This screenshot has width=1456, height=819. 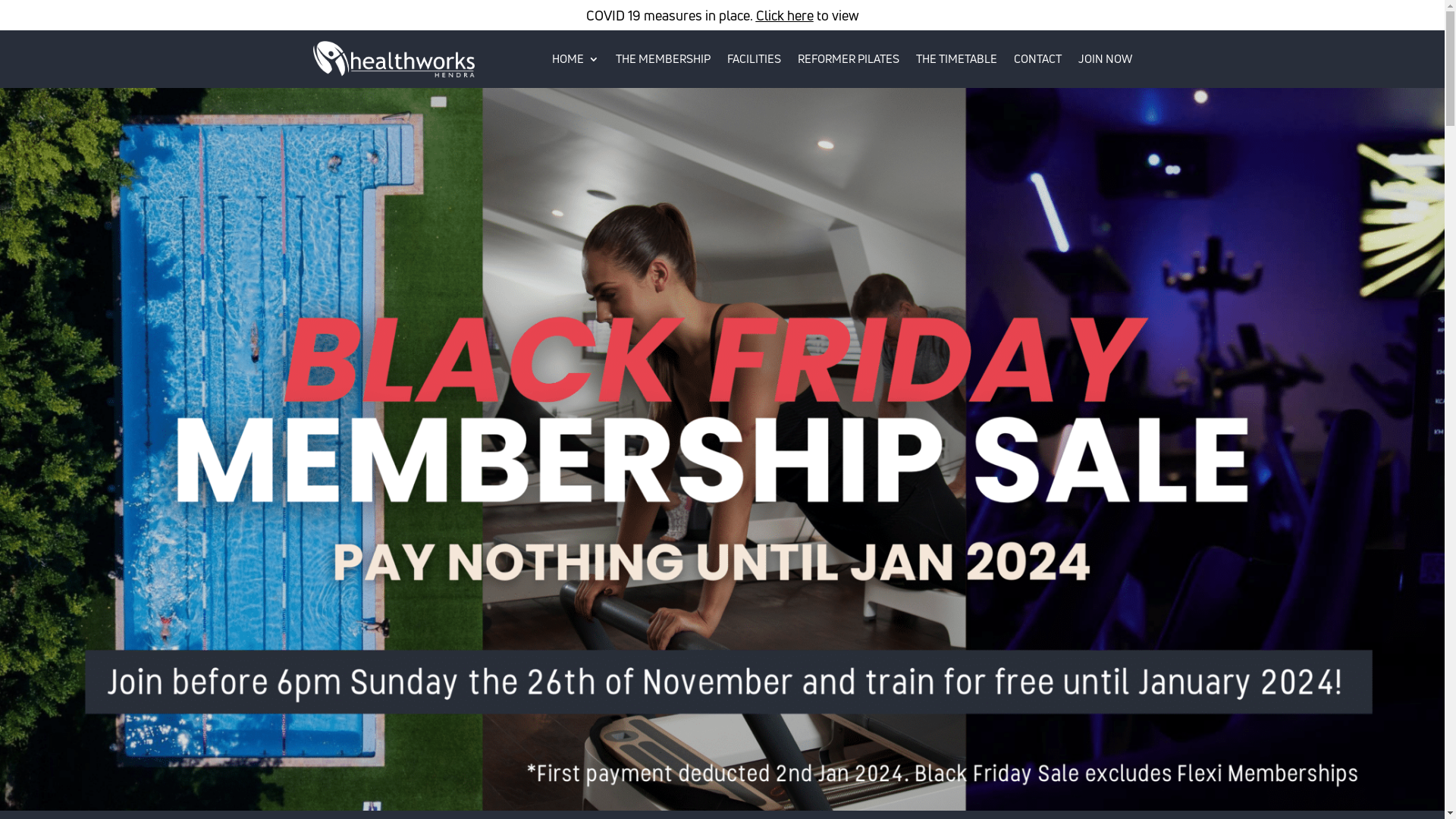 I want to click on 'REFORMER PILATES', so click(x=847, y=58).